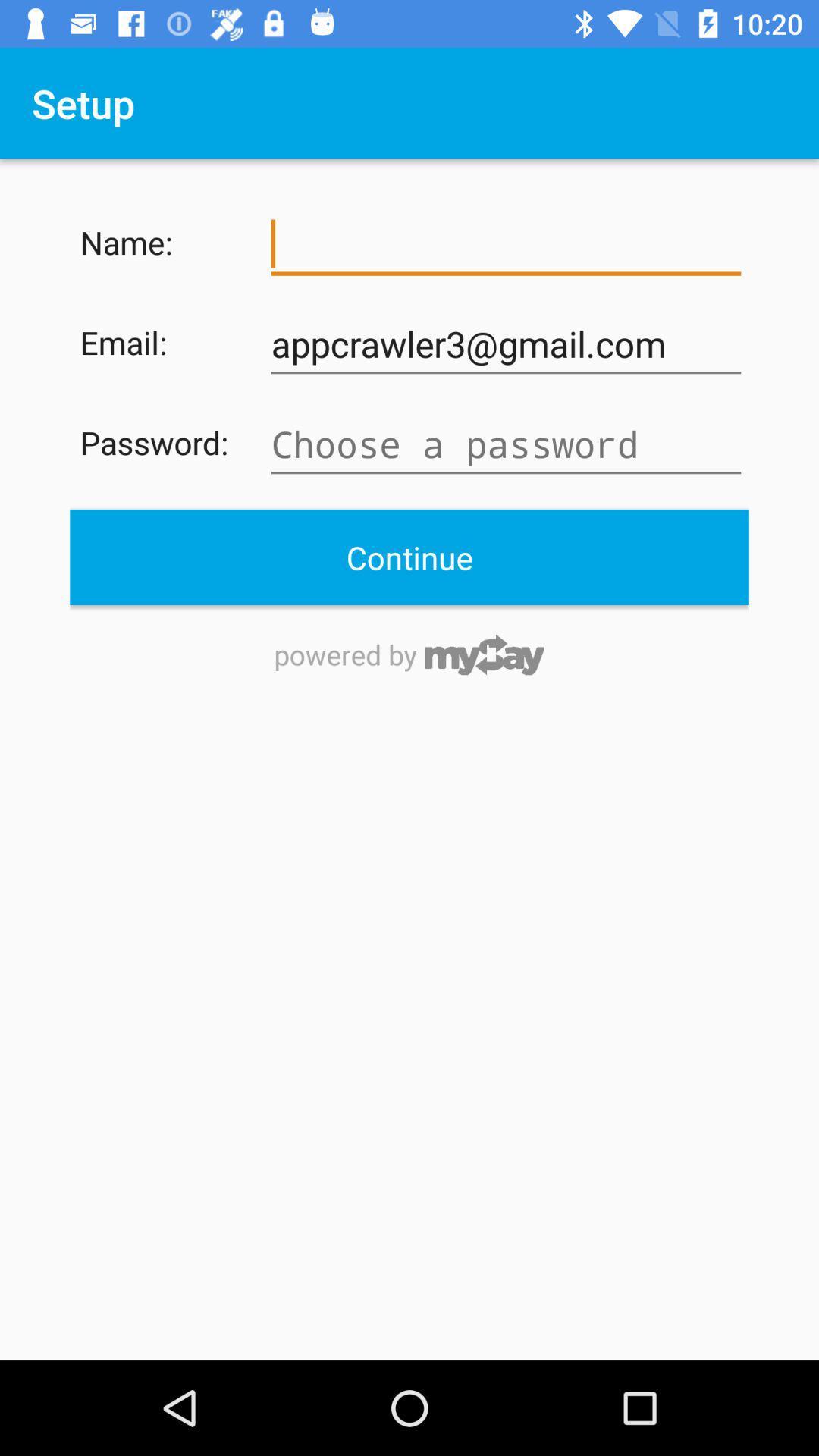  Describe the element at coordinates (506, 444) in the screenshot. I see `the item to the right of password: icon` at that location.